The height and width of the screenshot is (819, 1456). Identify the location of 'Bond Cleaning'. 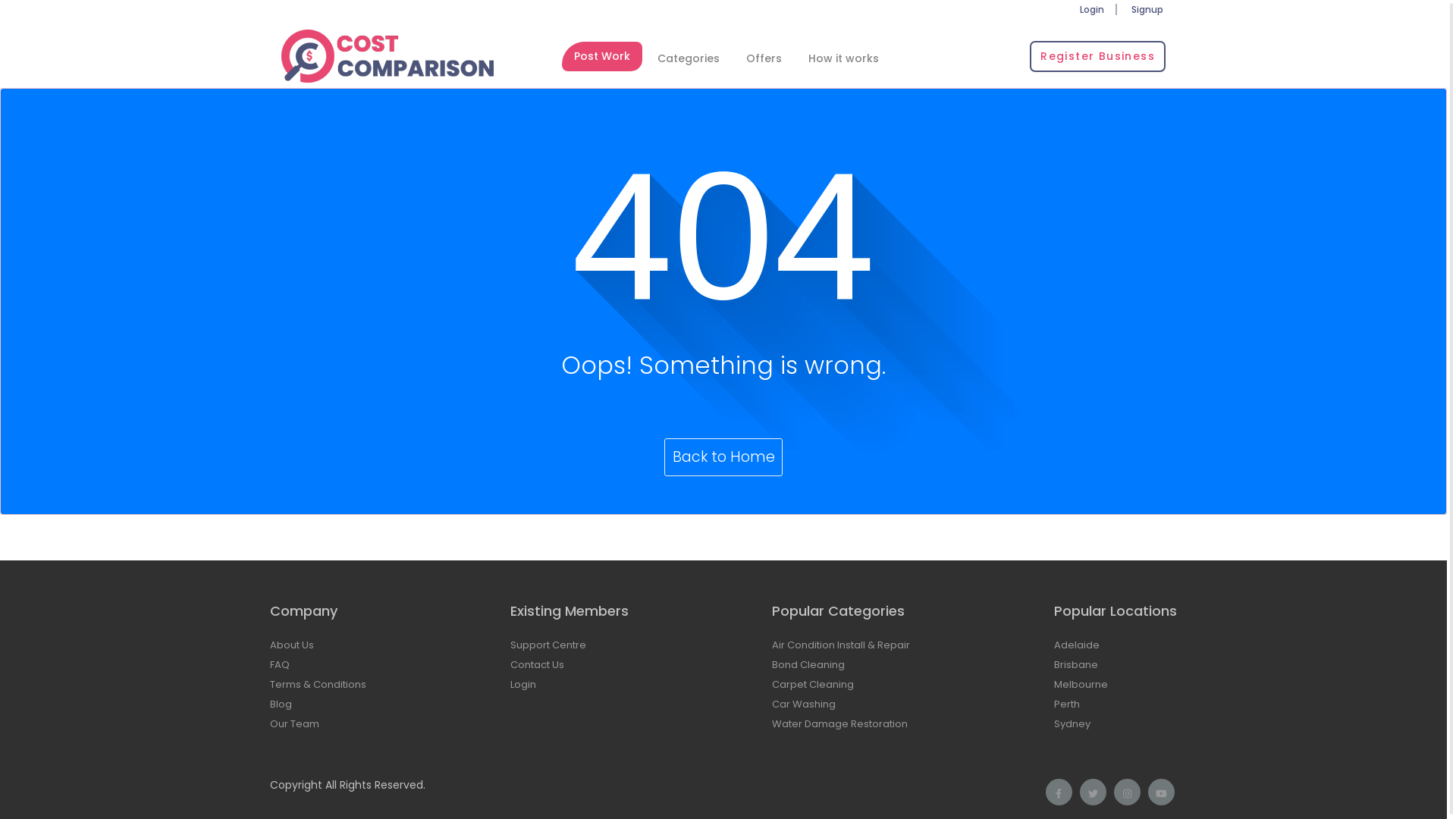
(807, 664).